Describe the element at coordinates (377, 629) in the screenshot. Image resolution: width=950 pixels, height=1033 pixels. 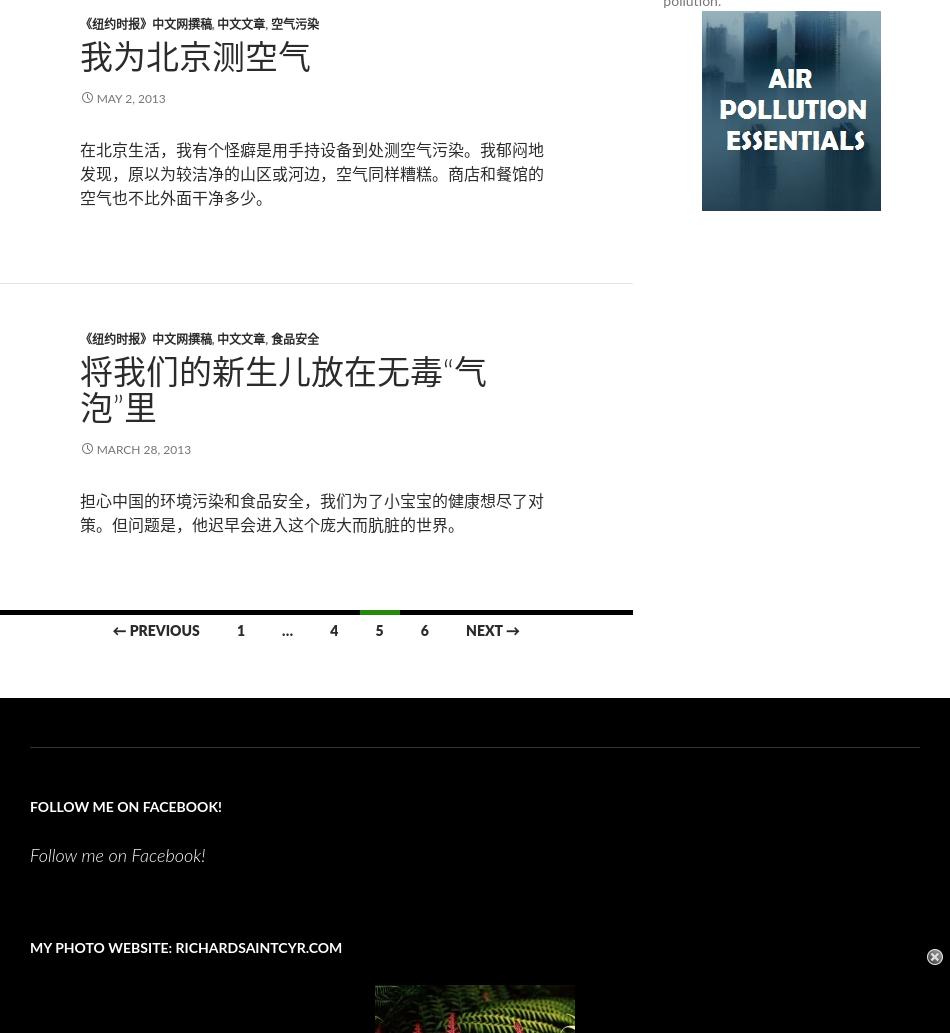
I see `'5'` at that location.